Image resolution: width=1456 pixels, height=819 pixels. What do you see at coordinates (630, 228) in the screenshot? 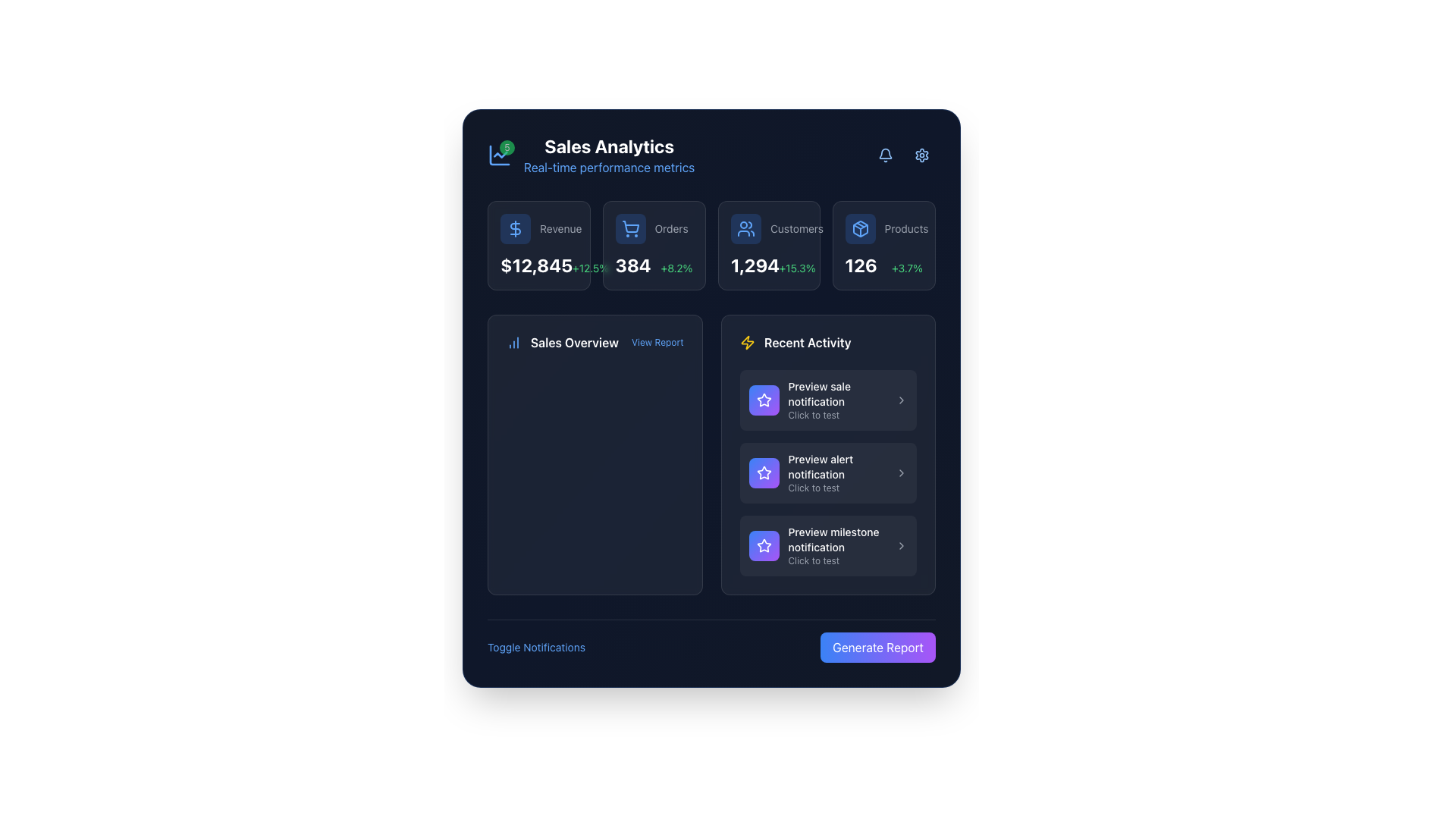
I see `the 'Orders' icon located above the number '384' in the analytics dashboard, which signifies the 'Orders' category` at bounding box center [630, 228].